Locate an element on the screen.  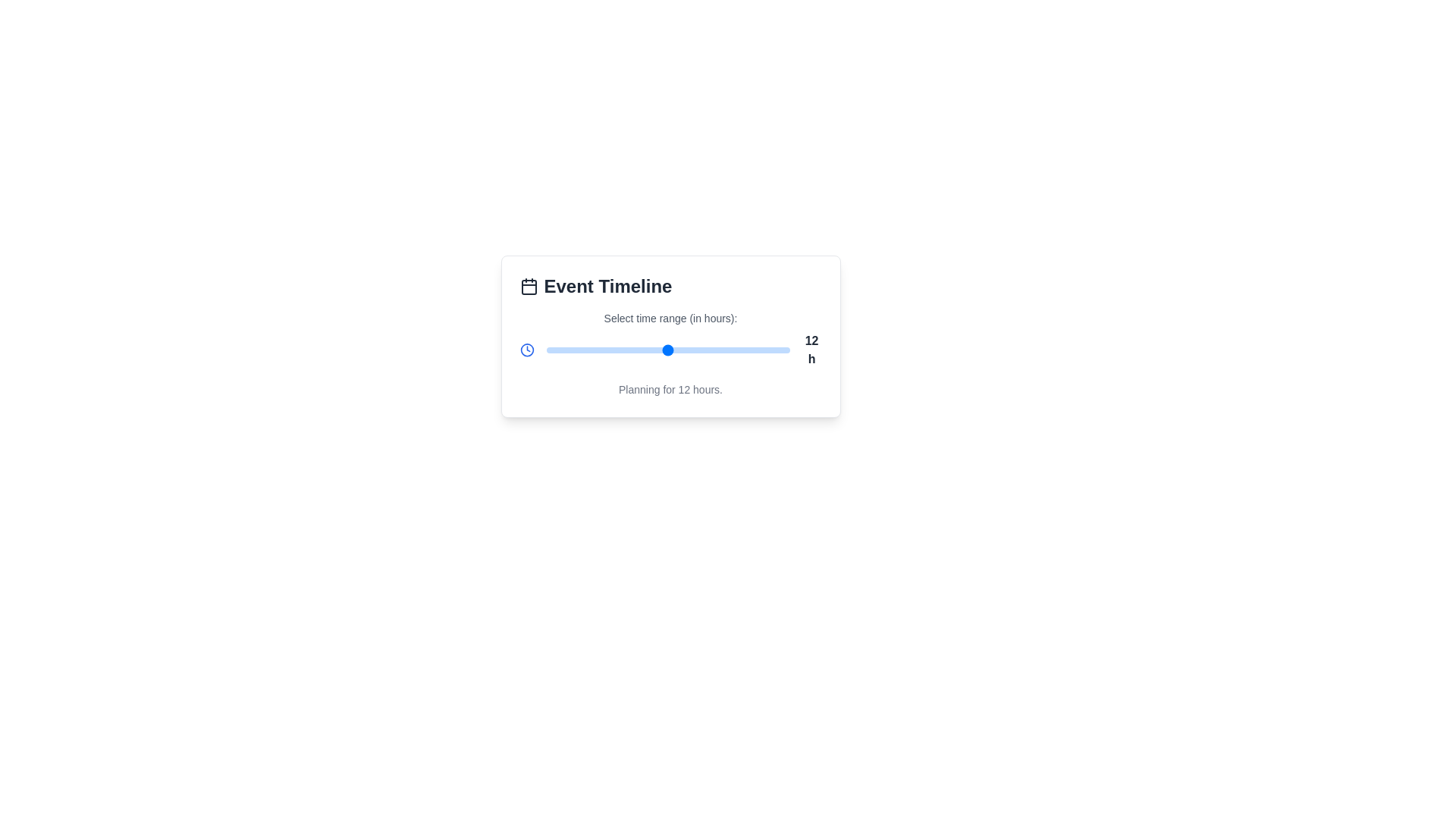
the timeline duration is located at coordinates (546, 350).